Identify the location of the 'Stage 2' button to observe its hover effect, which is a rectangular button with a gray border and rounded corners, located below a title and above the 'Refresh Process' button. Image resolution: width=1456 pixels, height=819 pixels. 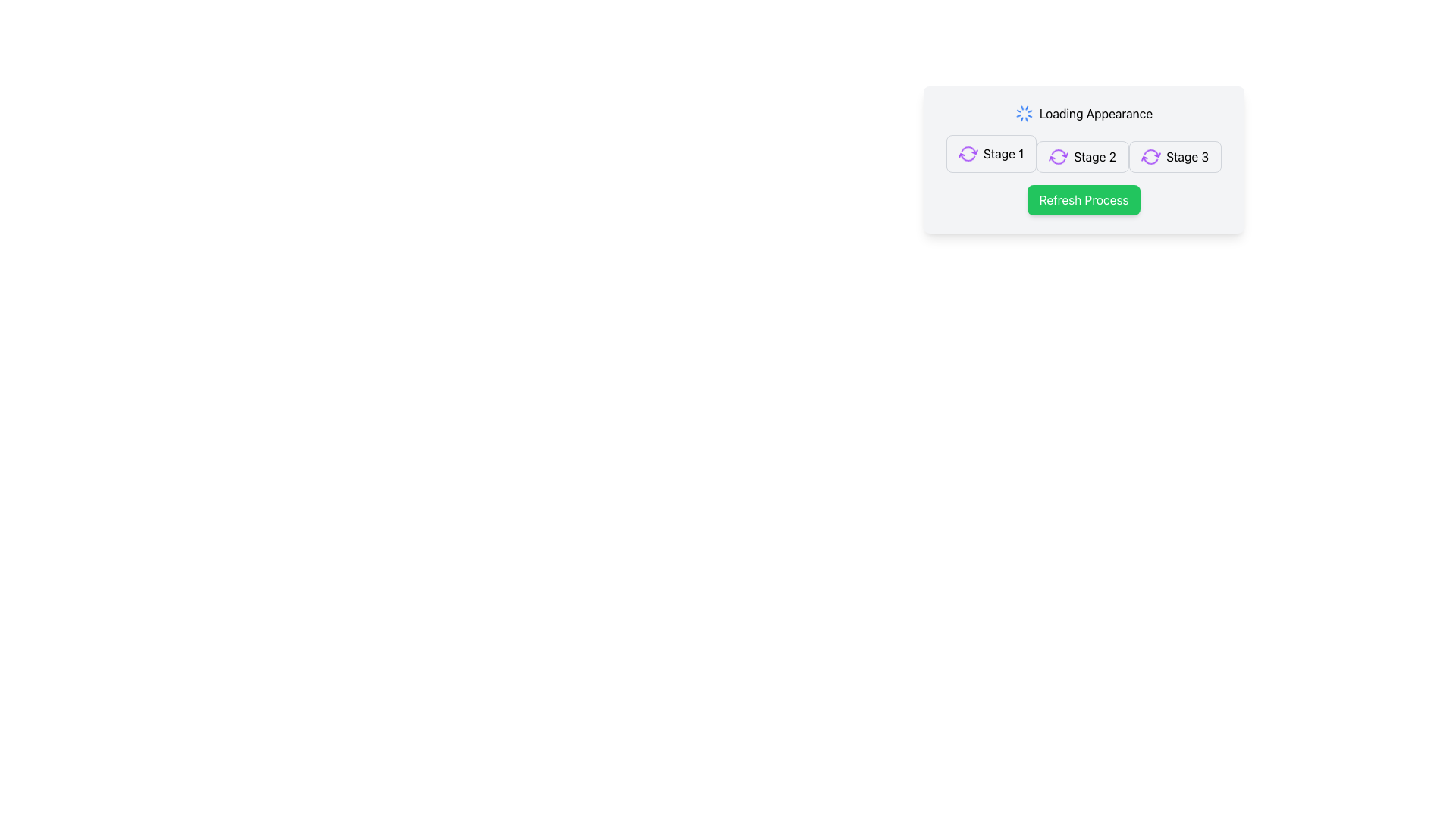
(1082, 157).